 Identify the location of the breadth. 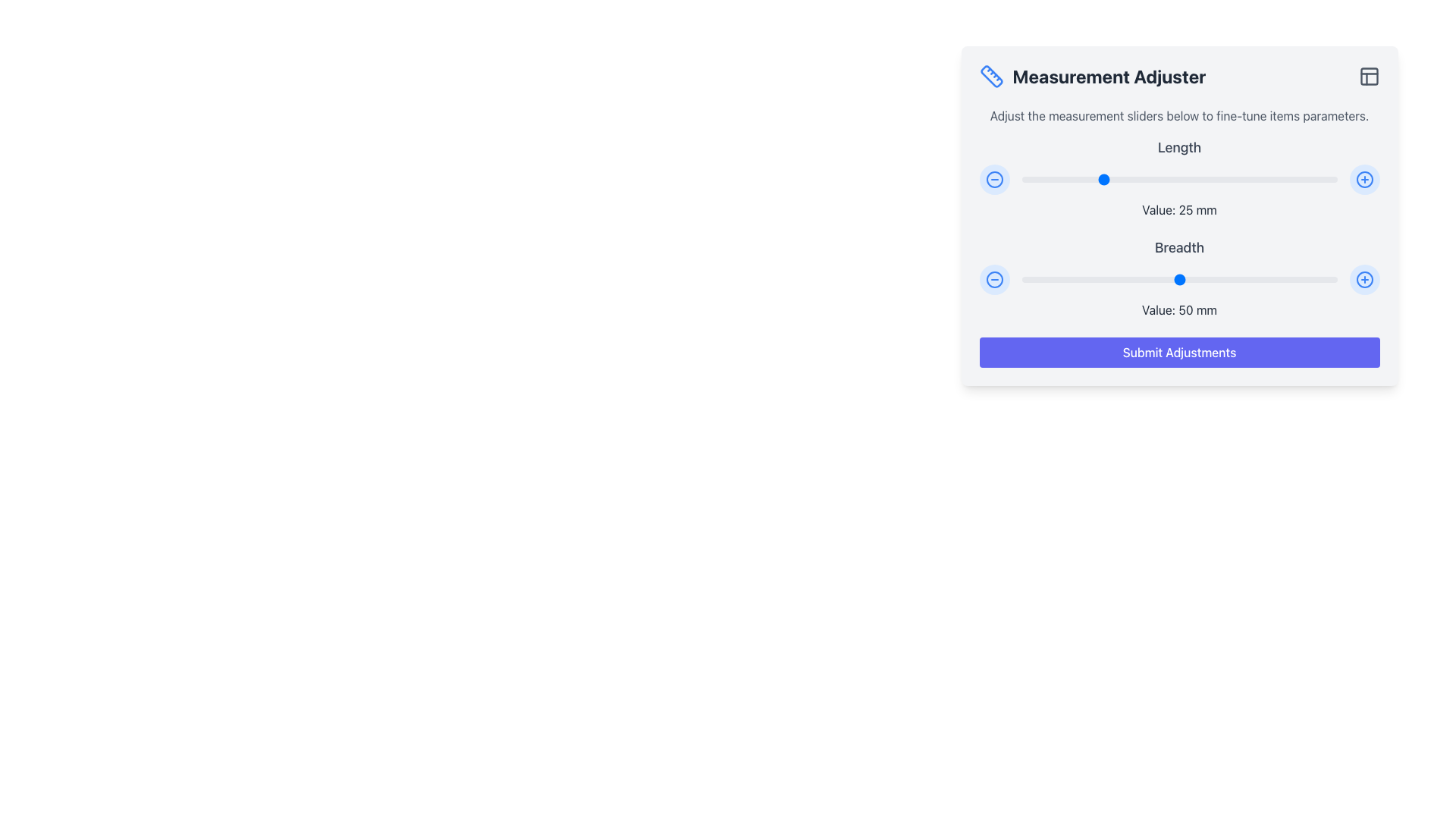
(1197, 280).